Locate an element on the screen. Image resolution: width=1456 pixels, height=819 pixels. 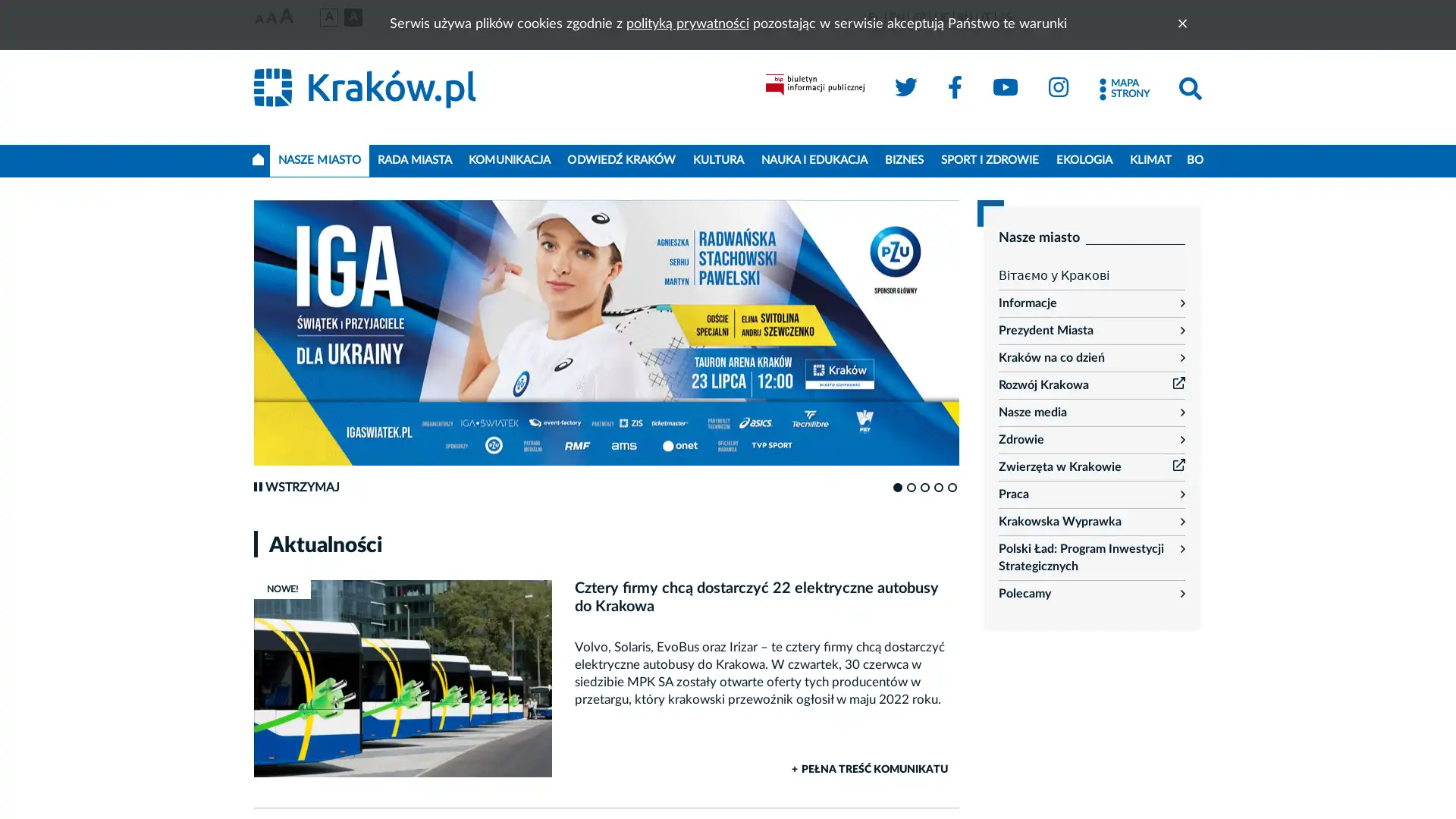
Srednia czcionka is located at coordinates (271, 18).